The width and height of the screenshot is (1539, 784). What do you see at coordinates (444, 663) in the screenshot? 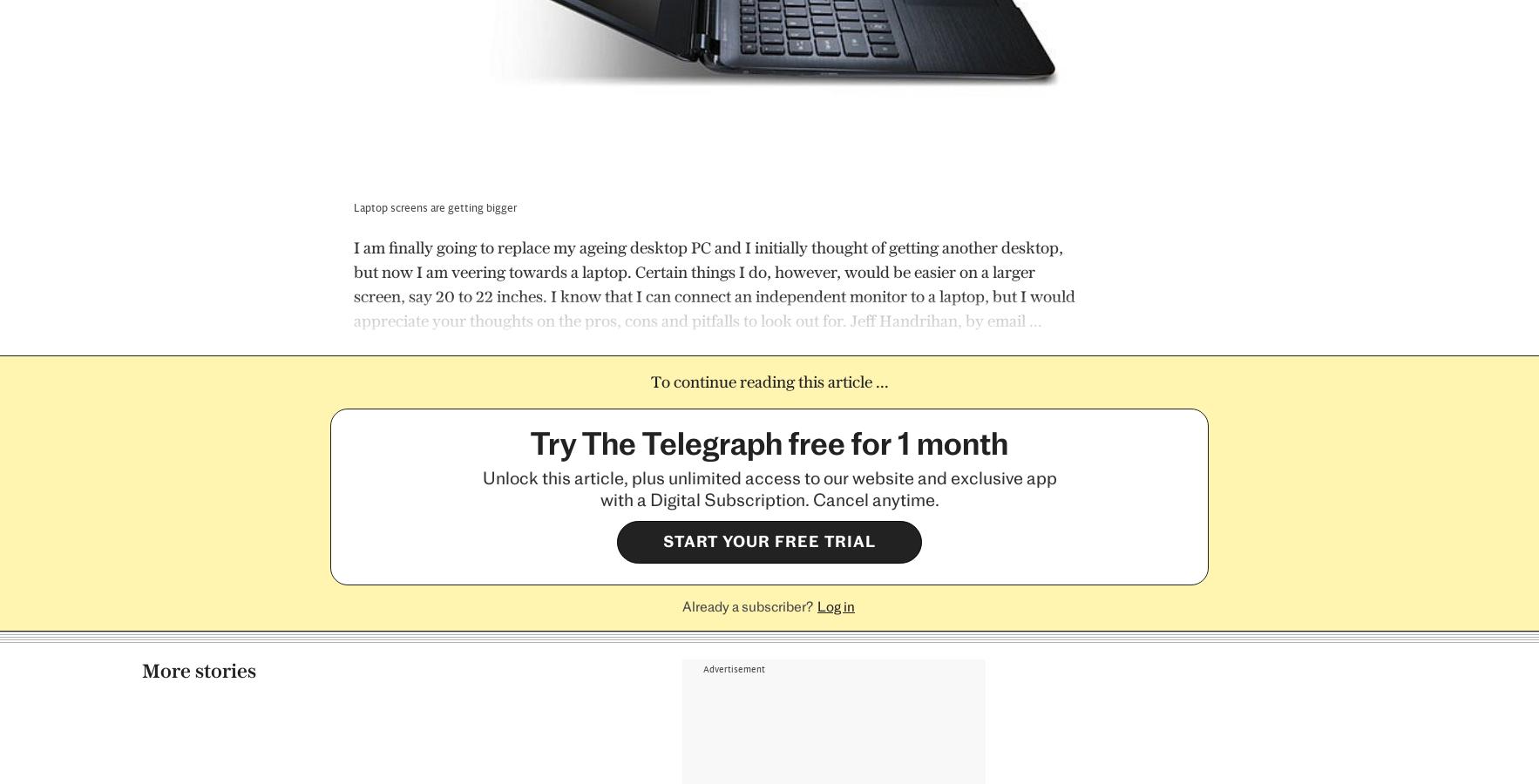
I see `'Li Keqiang, former Chinese premier, dies aged 68'` at bounding box center [444, 663].